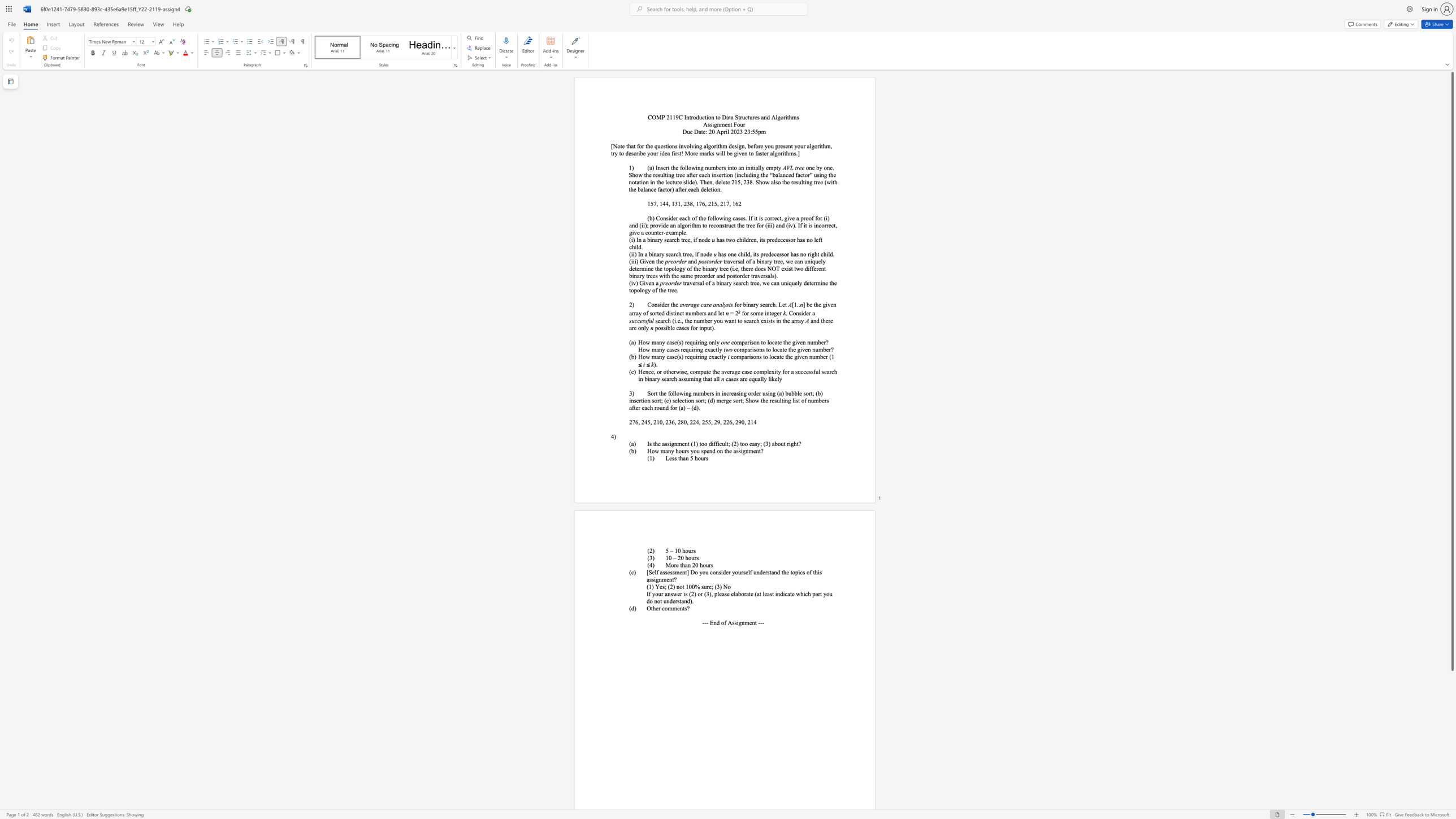 This screenshot has height=819, width=1456. Describe the element at coordinates (791, 283) in the screenshot. I see `the subset text "uely determine the top" within the text "traversal of a binary search tree, we can uniquely determine the topology of the tree."` at that location.